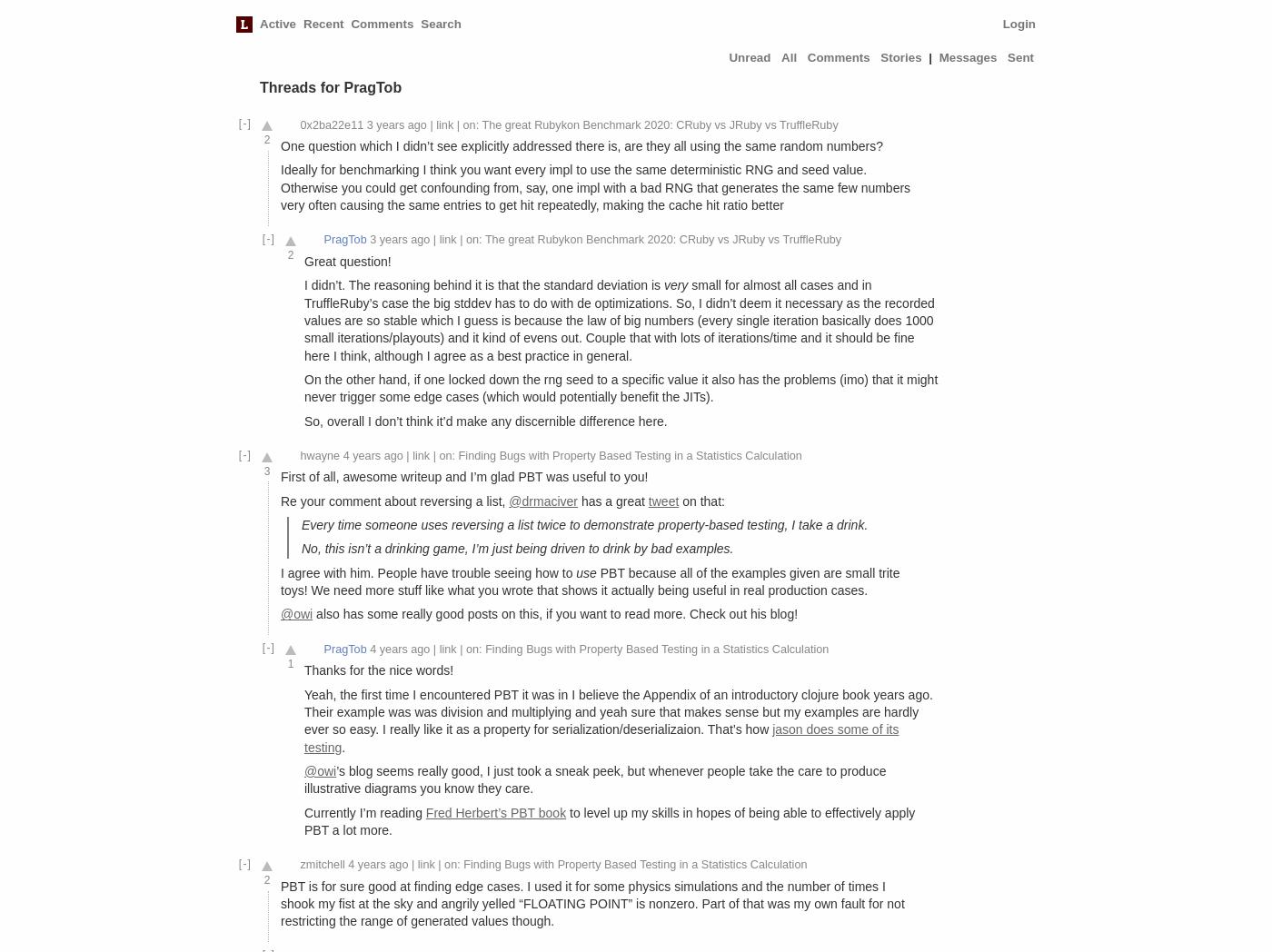 The height and width of the screenshot is (952, 1272). Describe the element at coordinates (304, 669) in the screenshot. I see `'Thanks for the nice words!'` at that location.